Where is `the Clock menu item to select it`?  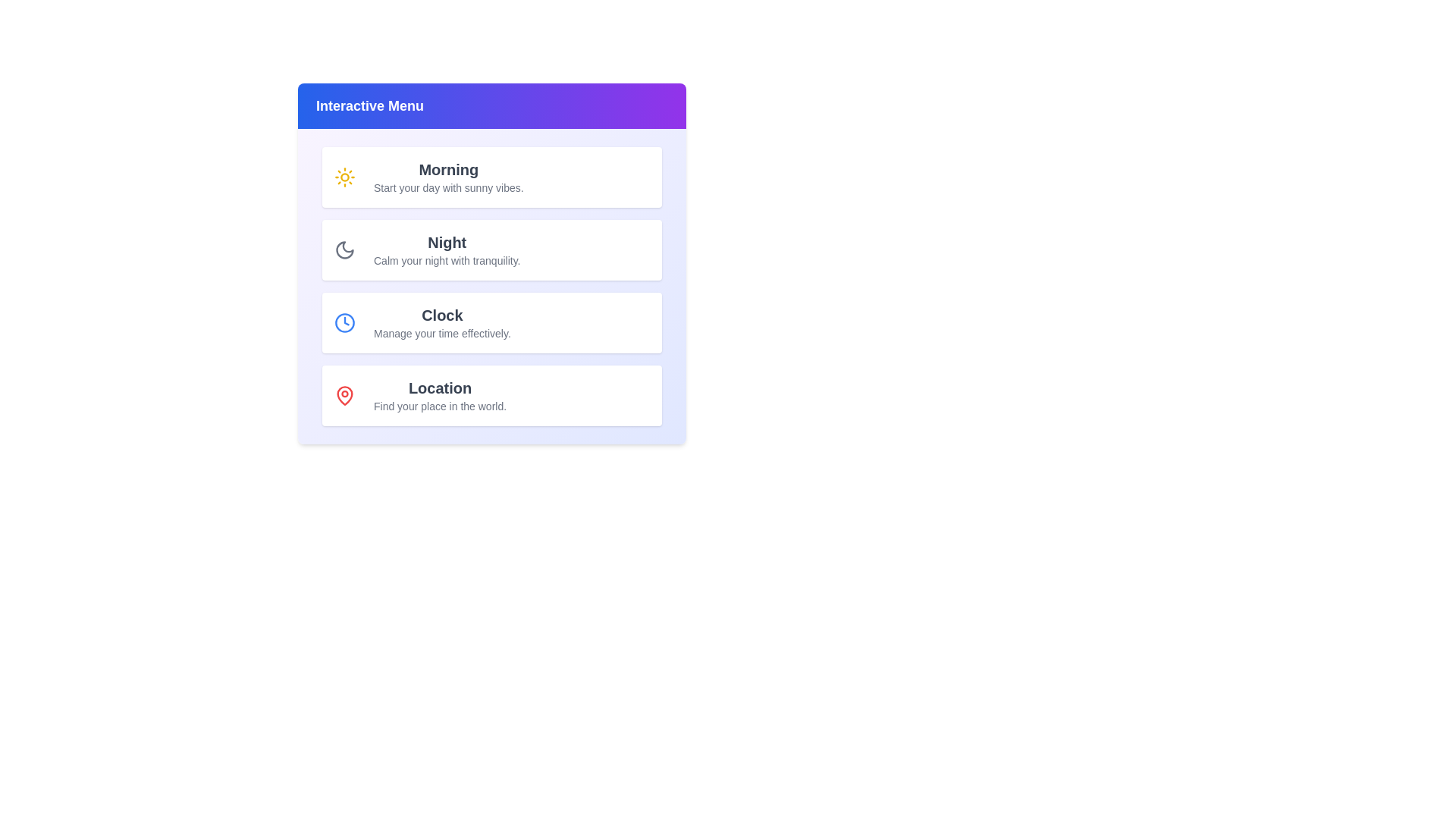
the Clock menu item to select it is located at coordinates (491, 322).